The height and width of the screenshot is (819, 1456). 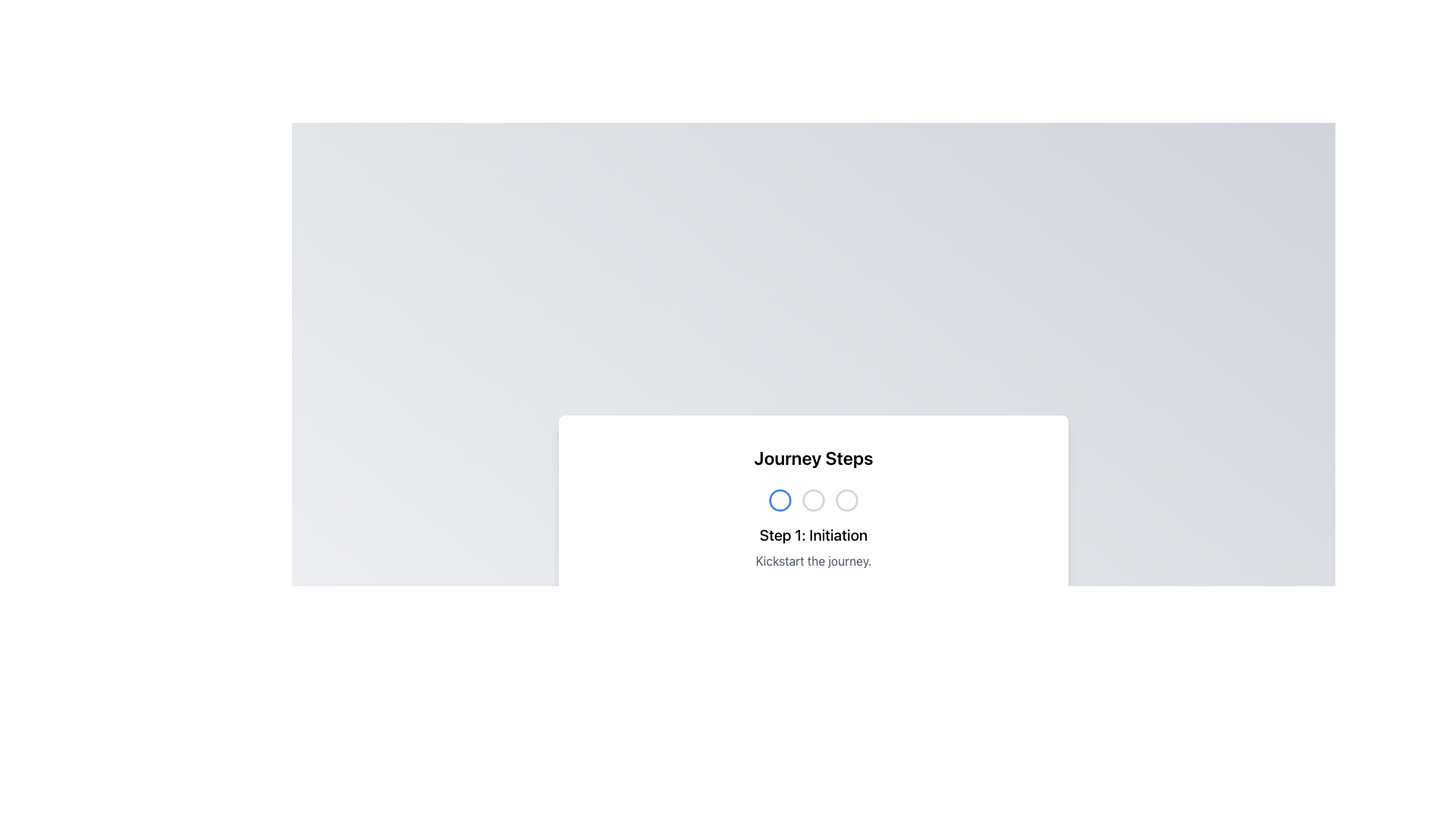 I want to click on the second circle, so click(x=813, y=500).